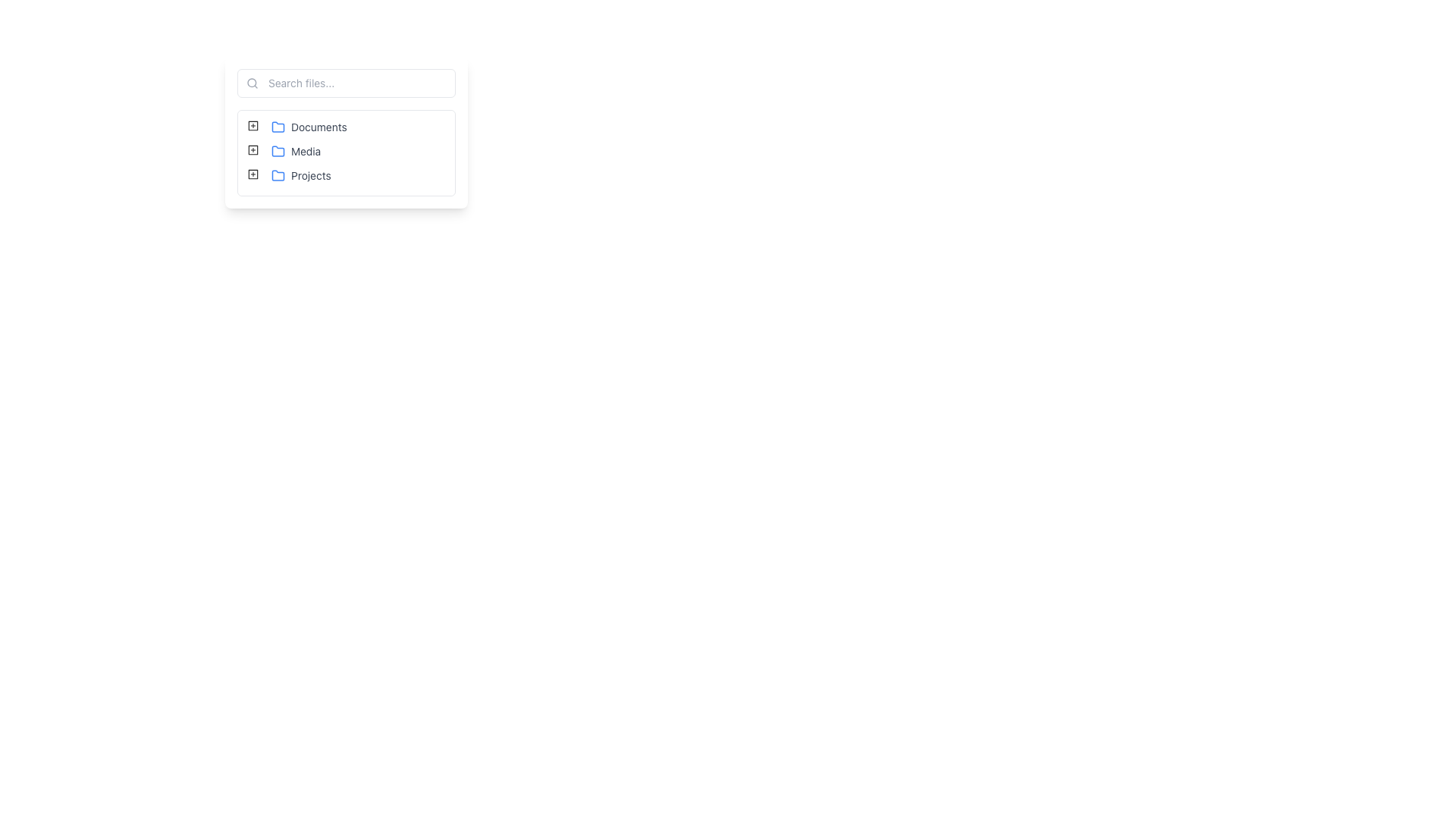  What do you see at coordinates (278, 127) in the screenshot?
I see `the folder icon with a blue border located to the left of the text 'Documents' in the list of folder names` at bounding box center [278, 127].